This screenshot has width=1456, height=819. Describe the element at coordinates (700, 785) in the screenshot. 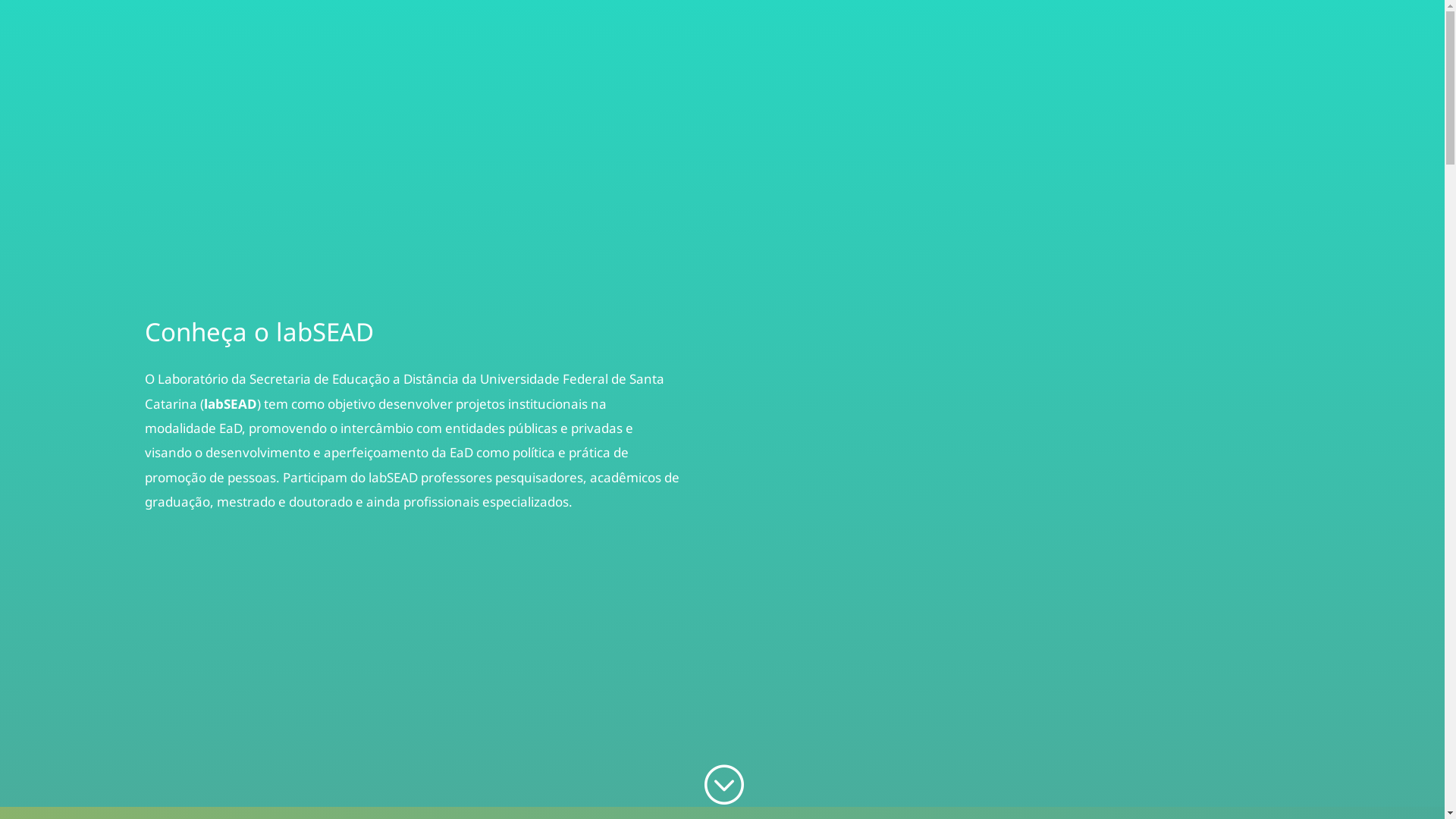

I see `';'` at that location.